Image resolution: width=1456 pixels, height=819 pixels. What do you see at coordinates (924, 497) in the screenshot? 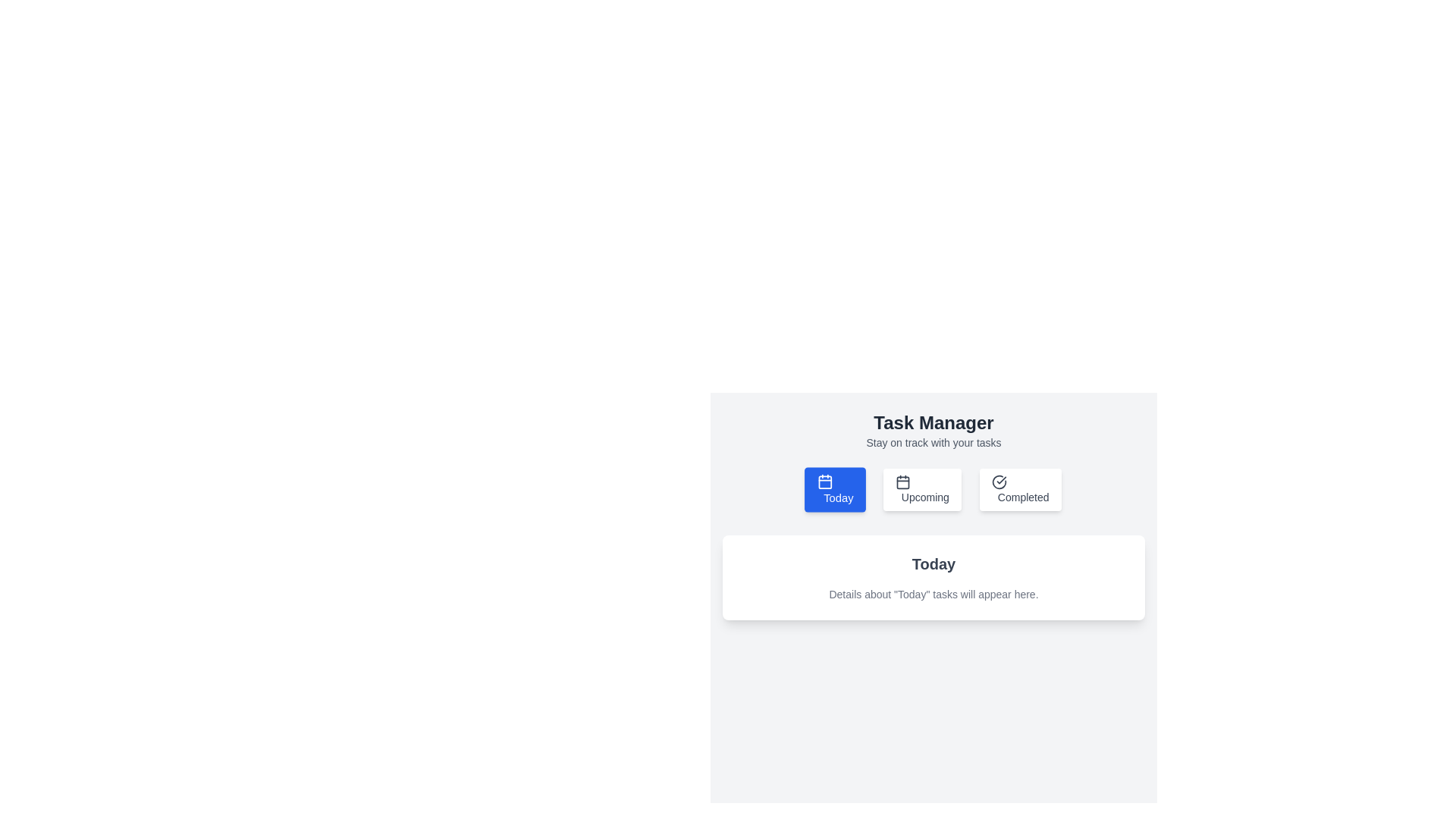
I see `the central text label of the navigation button, which indicates its purpose for upcoming tasks, located between the 'Today' and 'Completed' buttons under the 'Task Manager' title` at bounding box center [924, 497].